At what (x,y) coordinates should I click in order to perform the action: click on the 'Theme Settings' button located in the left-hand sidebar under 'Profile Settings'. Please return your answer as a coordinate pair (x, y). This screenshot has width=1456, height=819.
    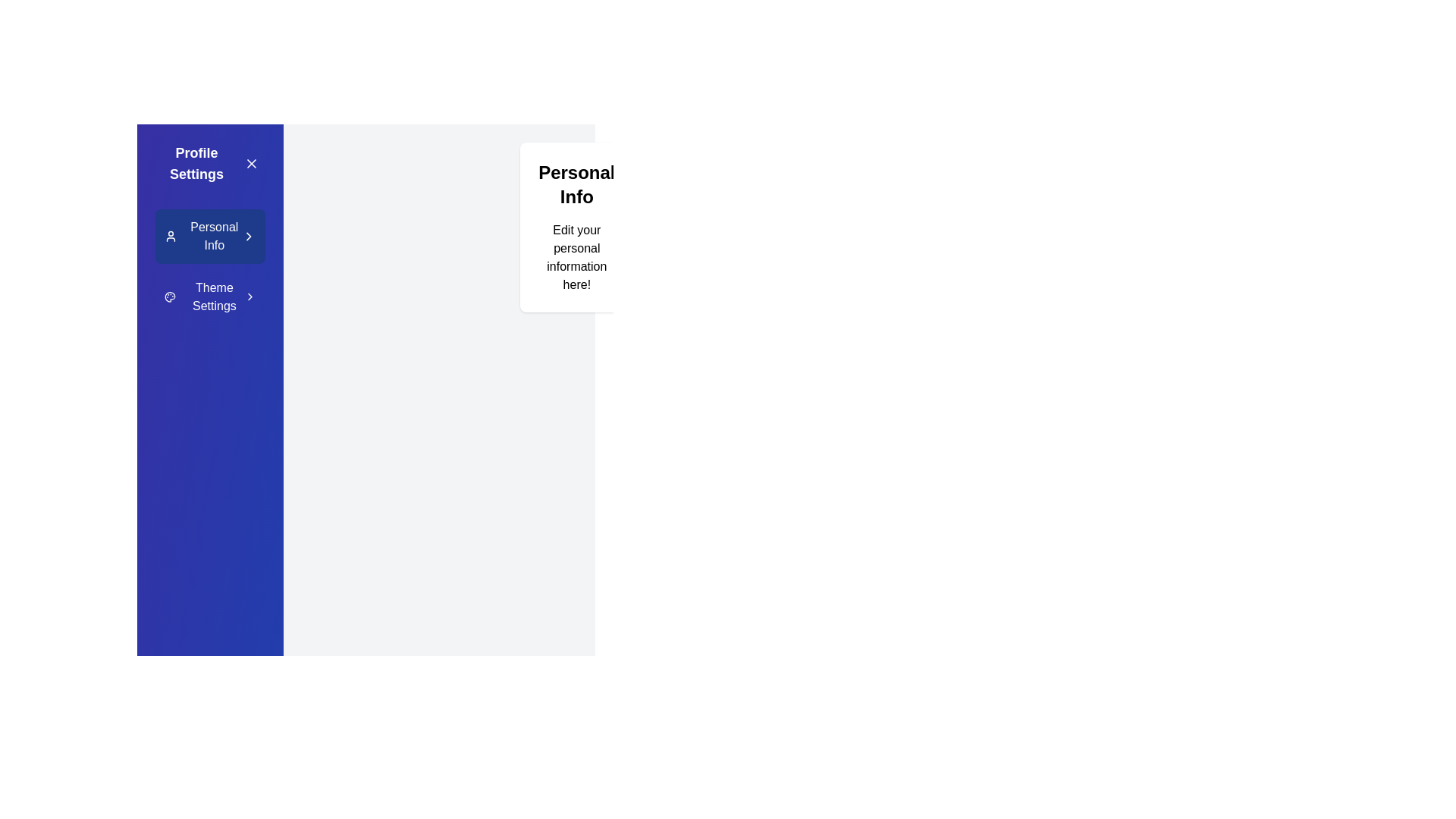
    Looking at the image, I should click on (209, 297).